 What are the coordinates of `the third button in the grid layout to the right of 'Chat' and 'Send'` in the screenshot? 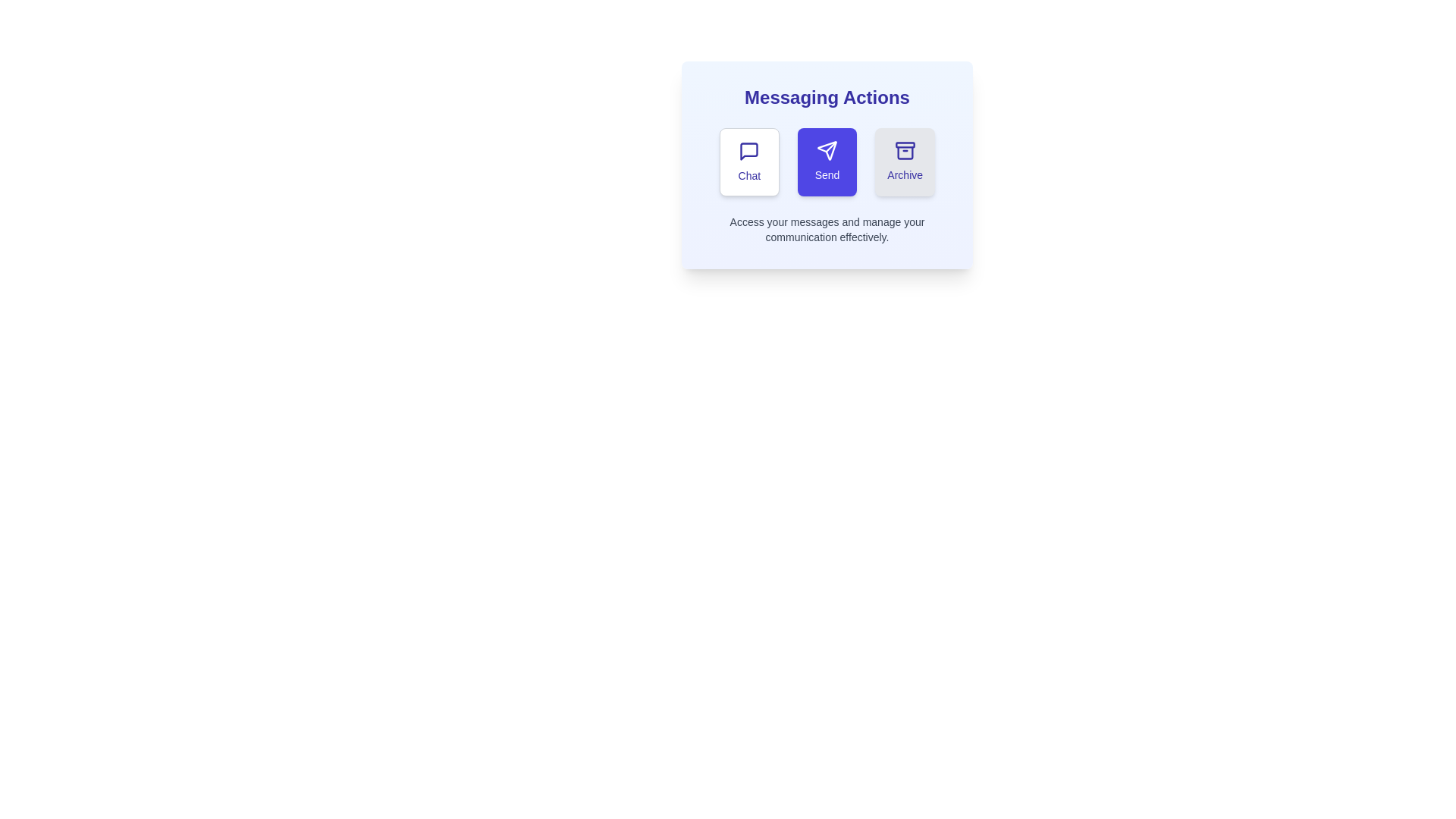 It's located at (905, 162).